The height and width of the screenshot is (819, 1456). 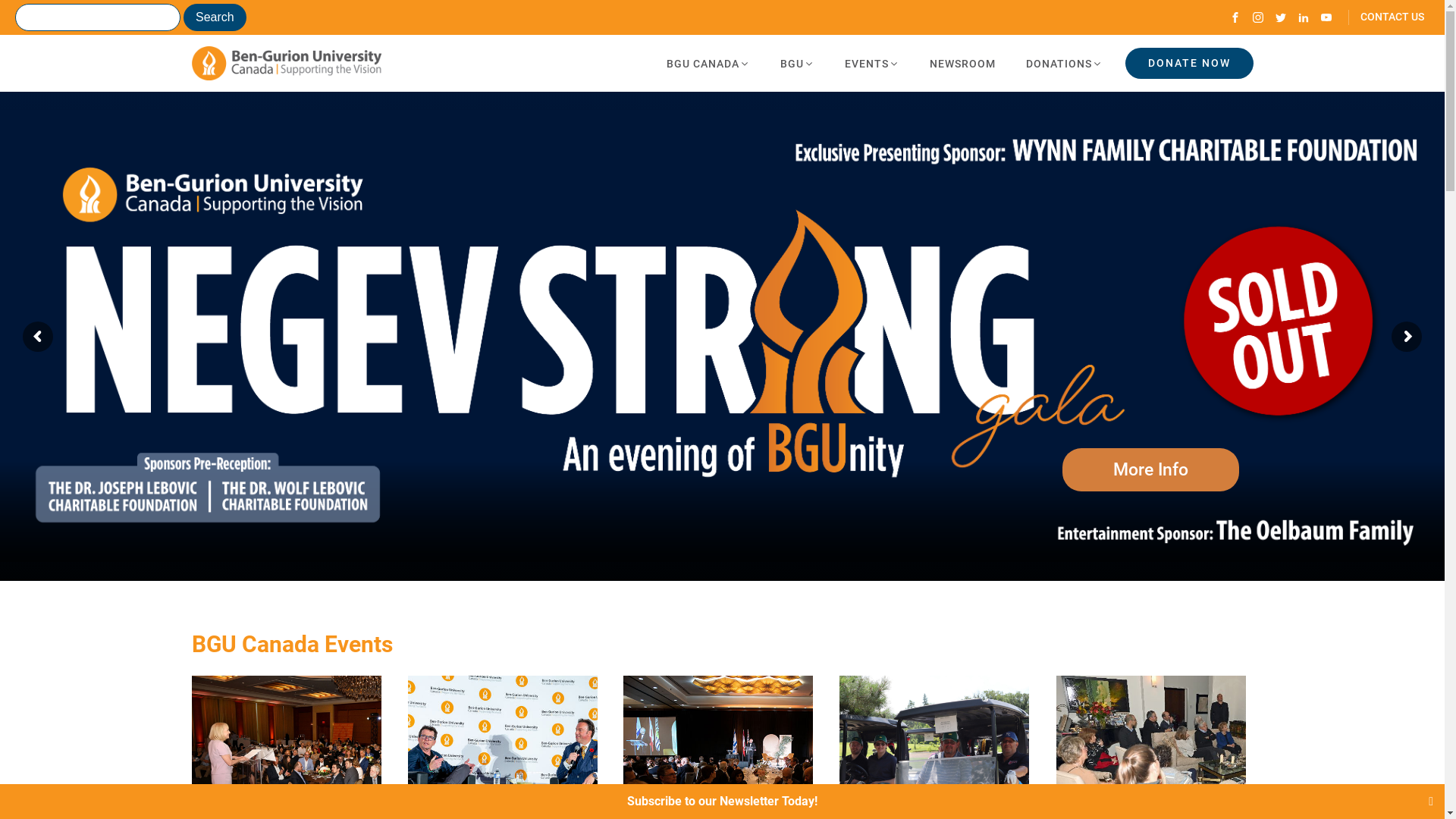 What do you see at coordinates (214, 17) in the screenshot?
I see `'Search'` at bounding box center [214, 17].